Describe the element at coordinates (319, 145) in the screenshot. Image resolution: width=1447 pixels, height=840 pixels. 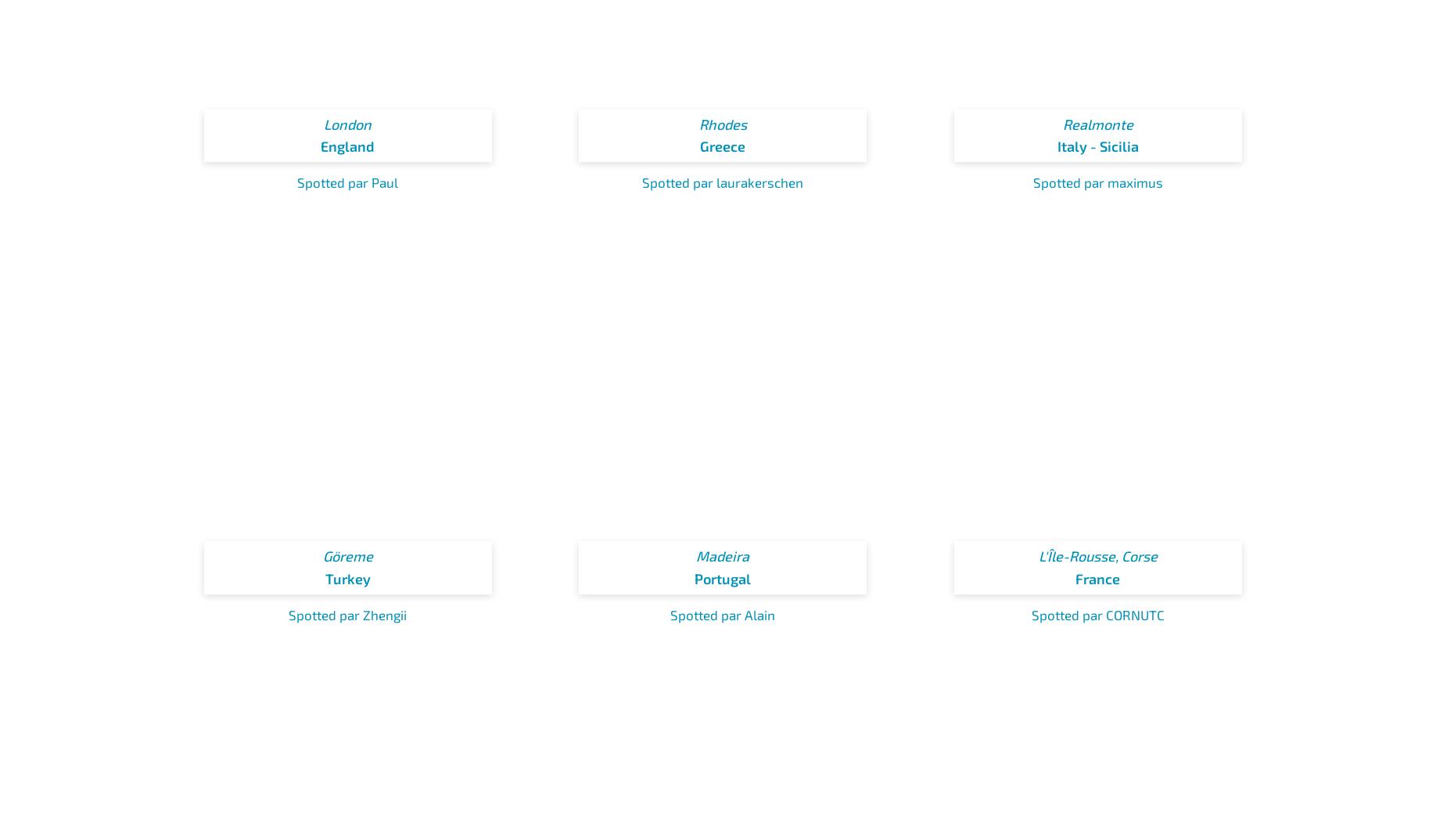
I see `'England'` at that location.